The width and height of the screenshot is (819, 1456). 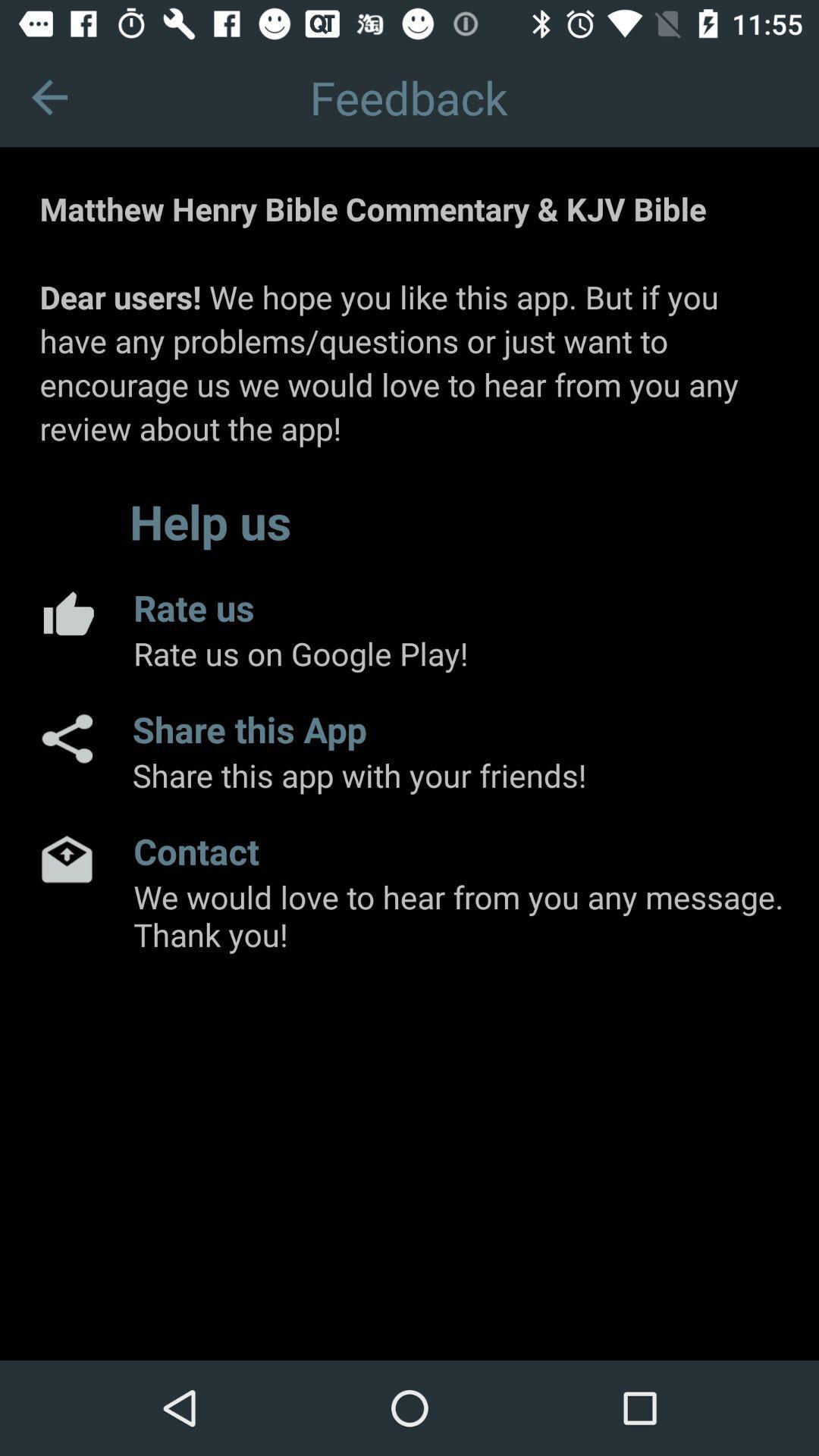 I want to click on icon to the left of feedback app, so click(x=49, y=96).